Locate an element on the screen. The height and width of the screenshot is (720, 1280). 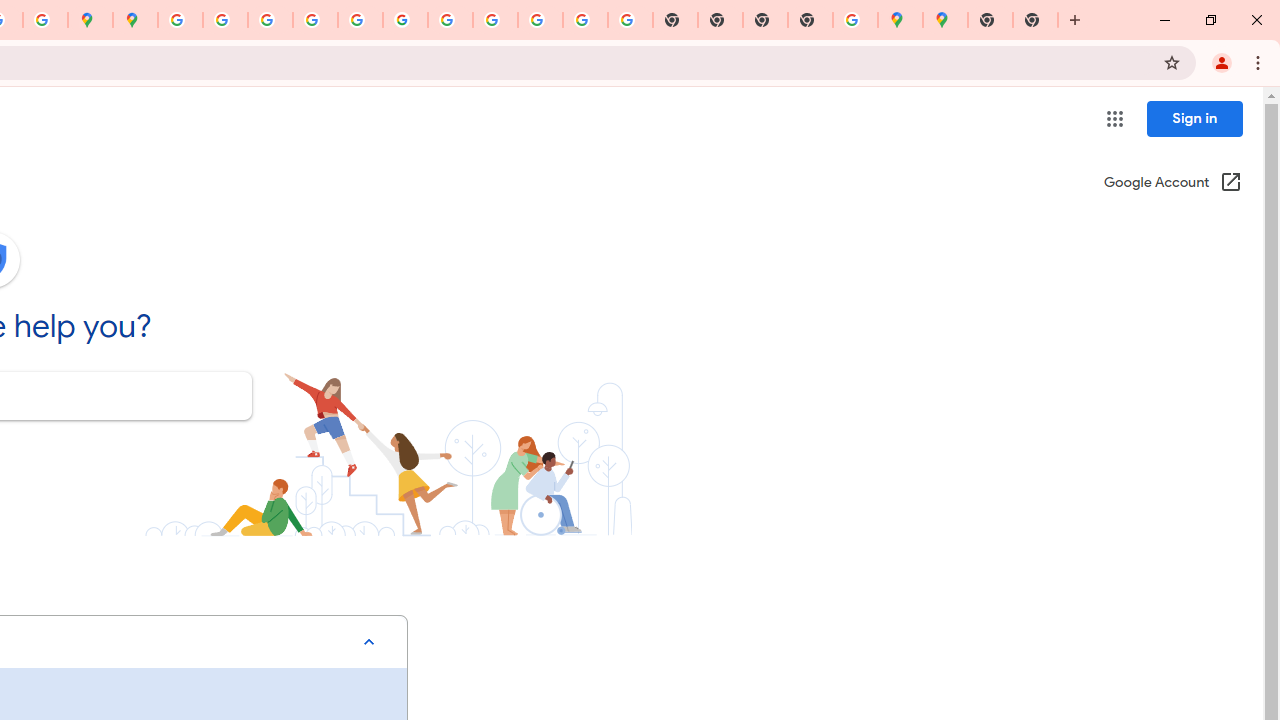
'Use Google Maps in Space - Google Maps Help' is located at coordinates (855, 20).